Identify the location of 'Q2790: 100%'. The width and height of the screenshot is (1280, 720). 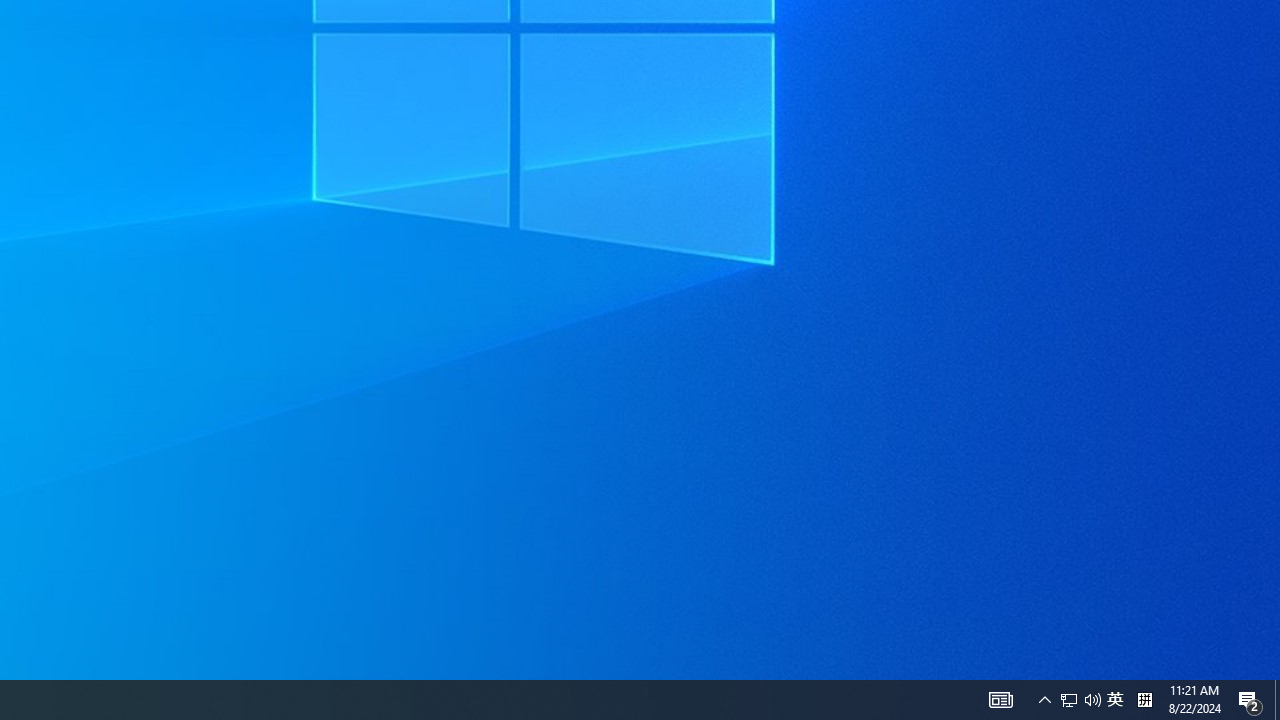
(1092, 698).